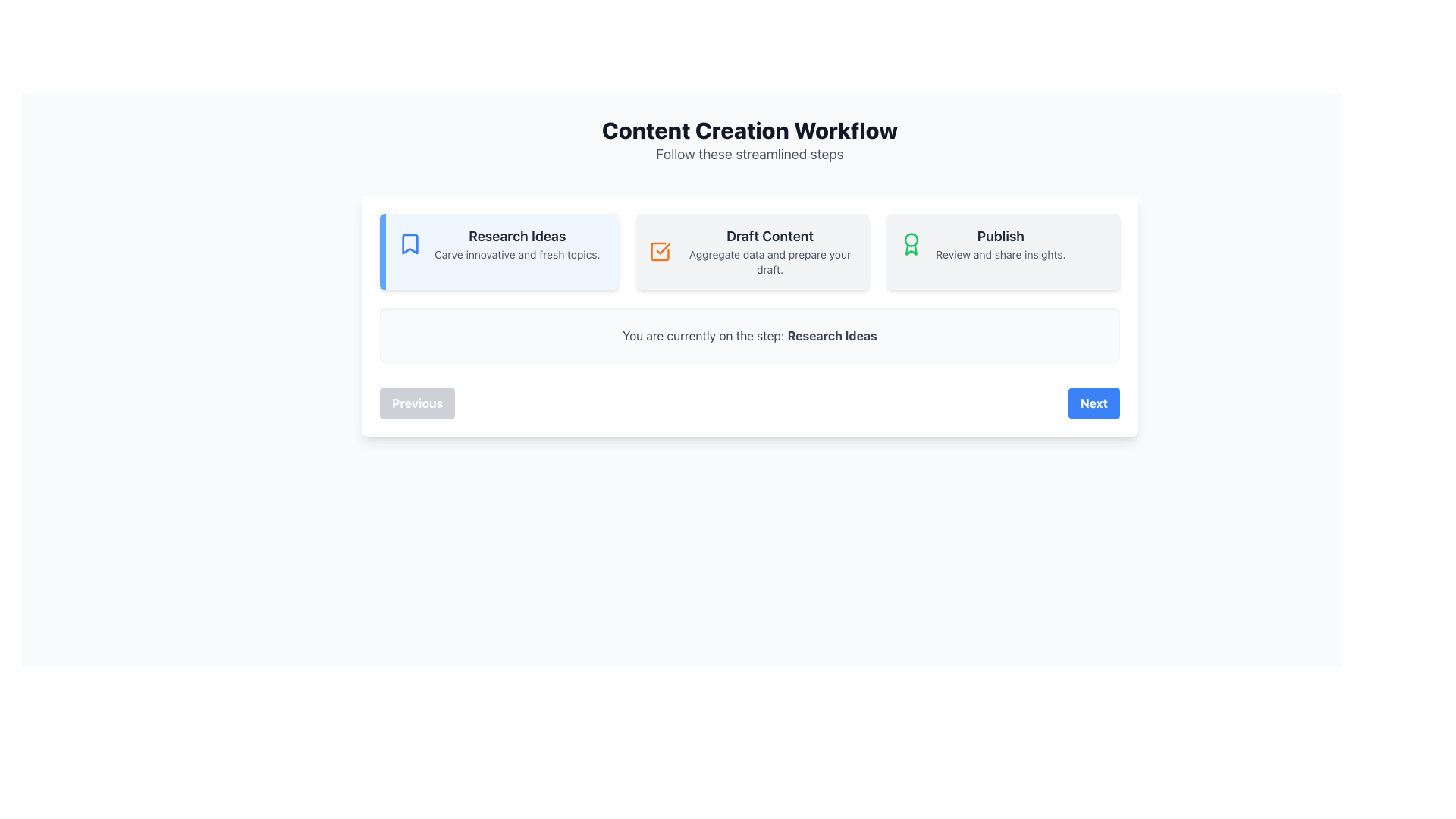 The height and width of the screenshot is (819, 1456). I want to click on the small green circular icon that is centrally located within the award-styled SVG icon, so click(911, 239).